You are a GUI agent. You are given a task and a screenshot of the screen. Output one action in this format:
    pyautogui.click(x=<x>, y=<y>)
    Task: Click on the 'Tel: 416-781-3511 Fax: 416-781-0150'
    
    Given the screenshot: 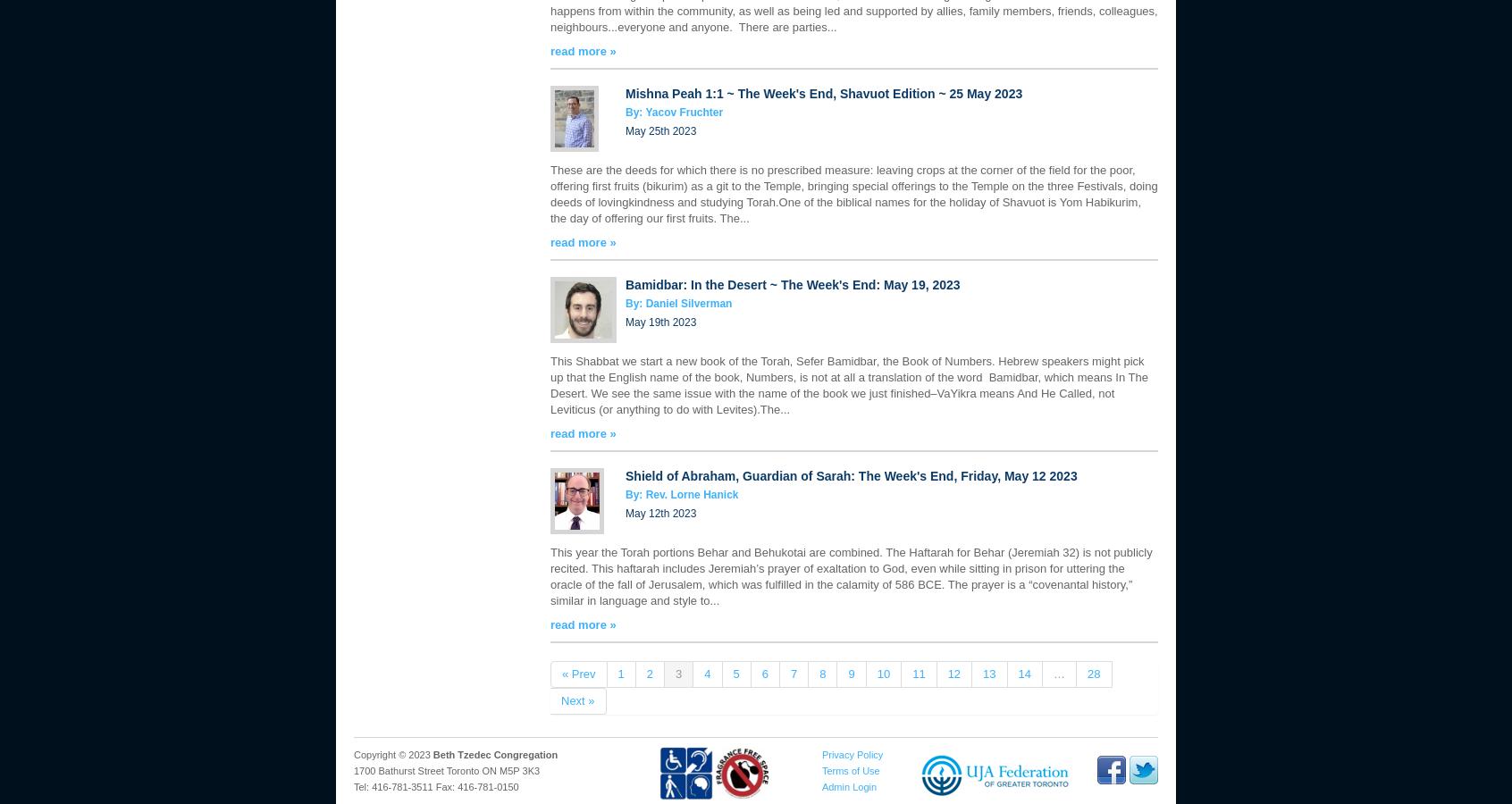 What is the action you would take?
    pyautogui.click(x=434, y=787)
    